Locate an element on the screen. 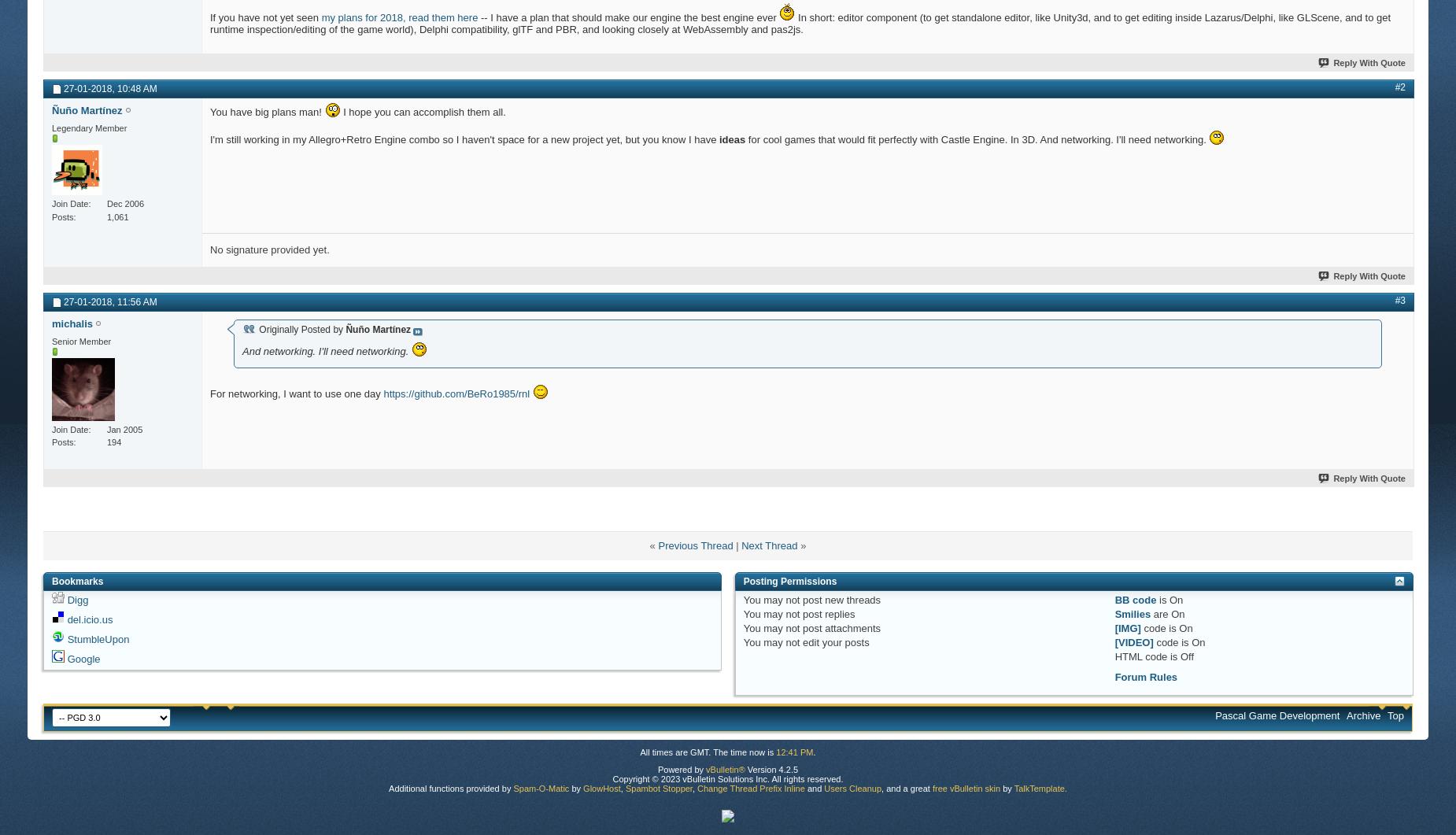 This screenshot has height=835, width=1456. 'Previous Thread' is located at coordinates (695, 544).